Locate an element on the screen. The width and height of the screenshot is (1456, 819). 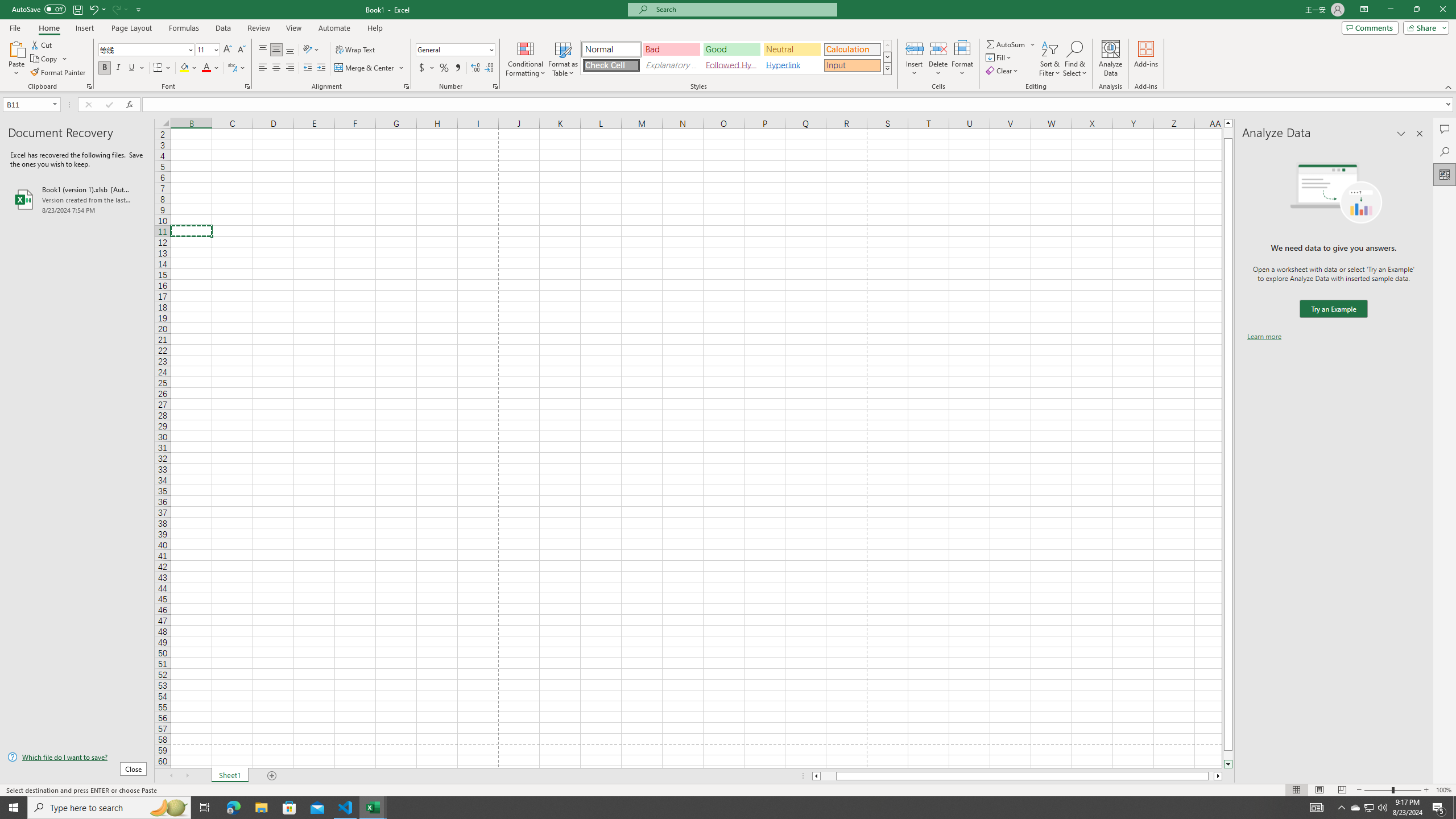
'Bottom Align' is located at coordinates (289, 49).